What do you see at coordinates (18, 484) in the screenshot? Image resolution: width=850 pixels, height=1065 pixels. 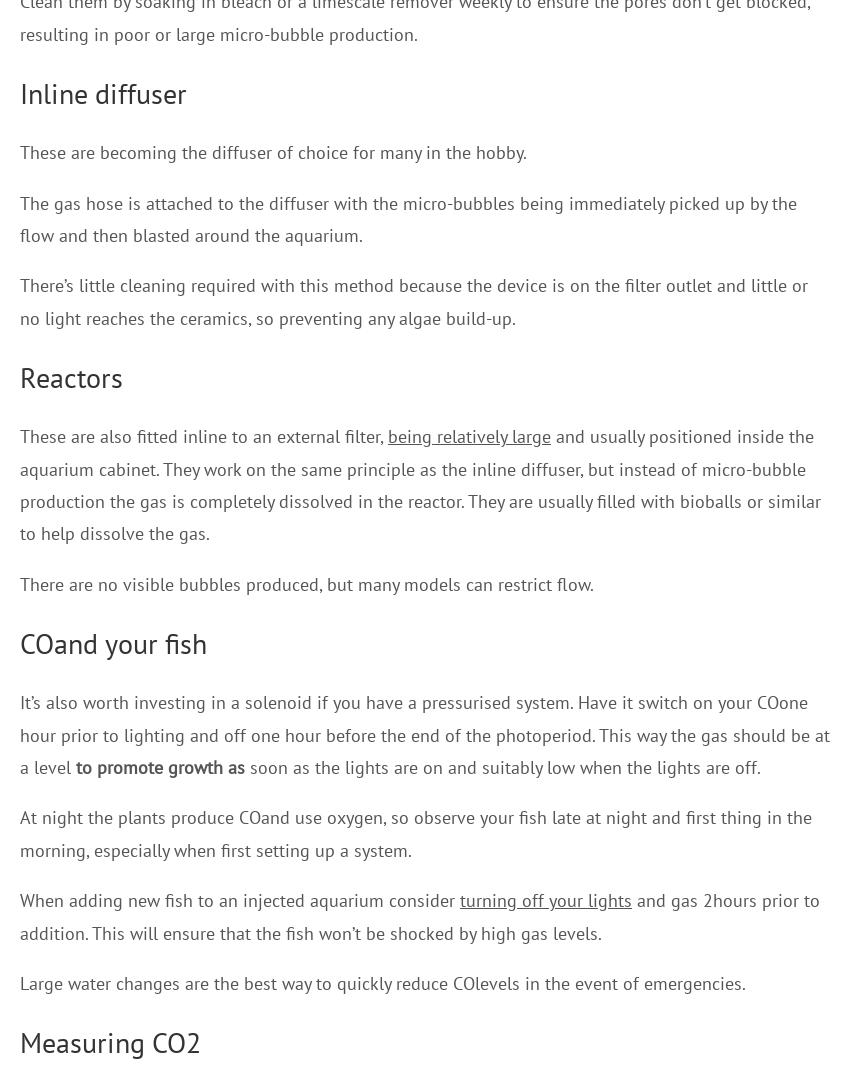 I see `'and usually positioned inside the aquarium cabinet. They work on the same principle as the inline diffuser, but instead of micro-bubble production the gas is completely dissolved in the reactor. They are usually filled with bioballs or similar to help dissolve the gas.'` at bounding box center [18, 484].